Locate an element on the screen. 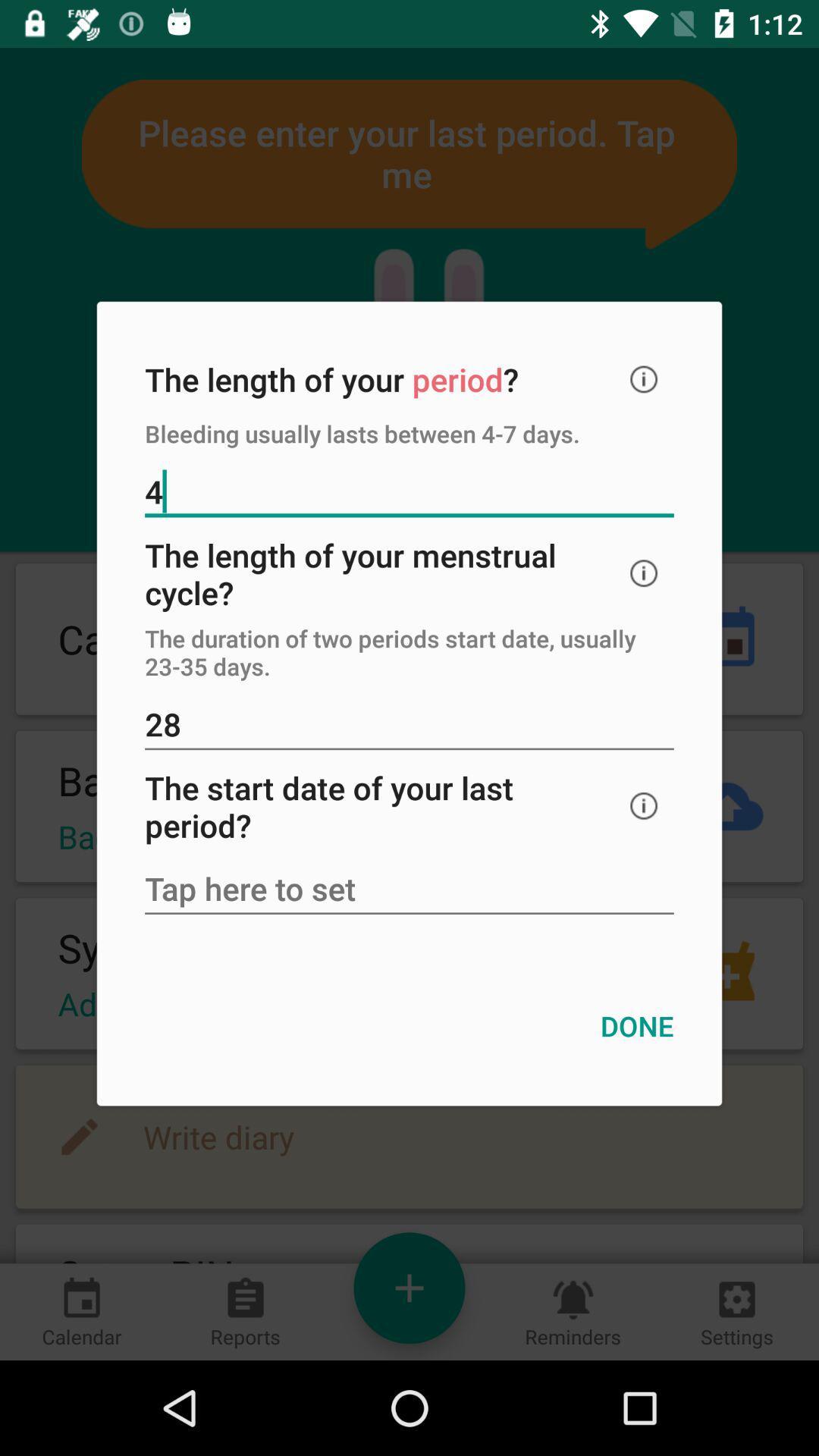 This screenshot has width=819, height=1456. item above done icon is located at coordinates (409, 890).